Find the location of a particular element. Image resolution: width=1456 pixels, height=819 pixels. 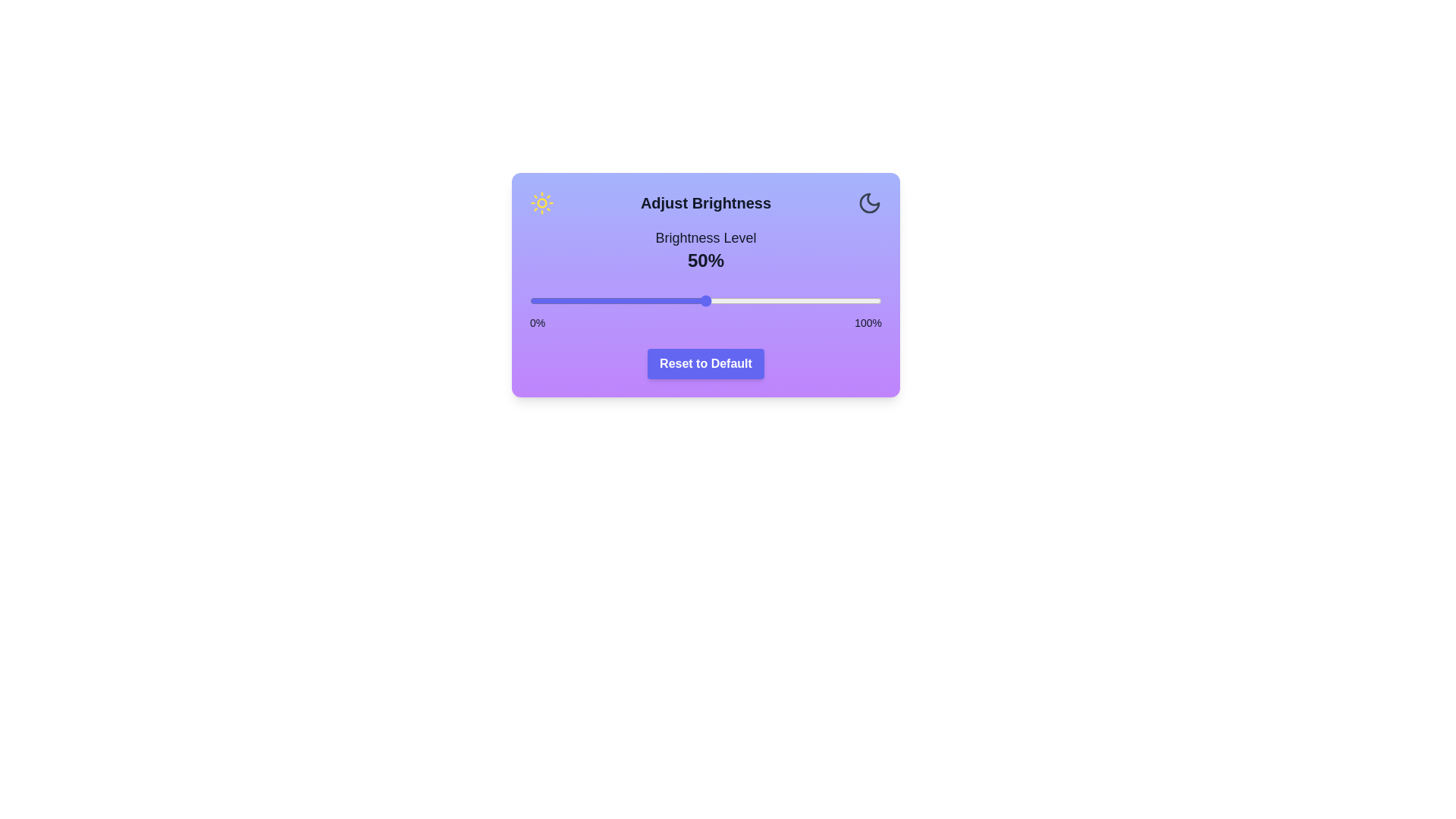

the brightness to 89% by moving the slider is located at coordinates (842, 301).